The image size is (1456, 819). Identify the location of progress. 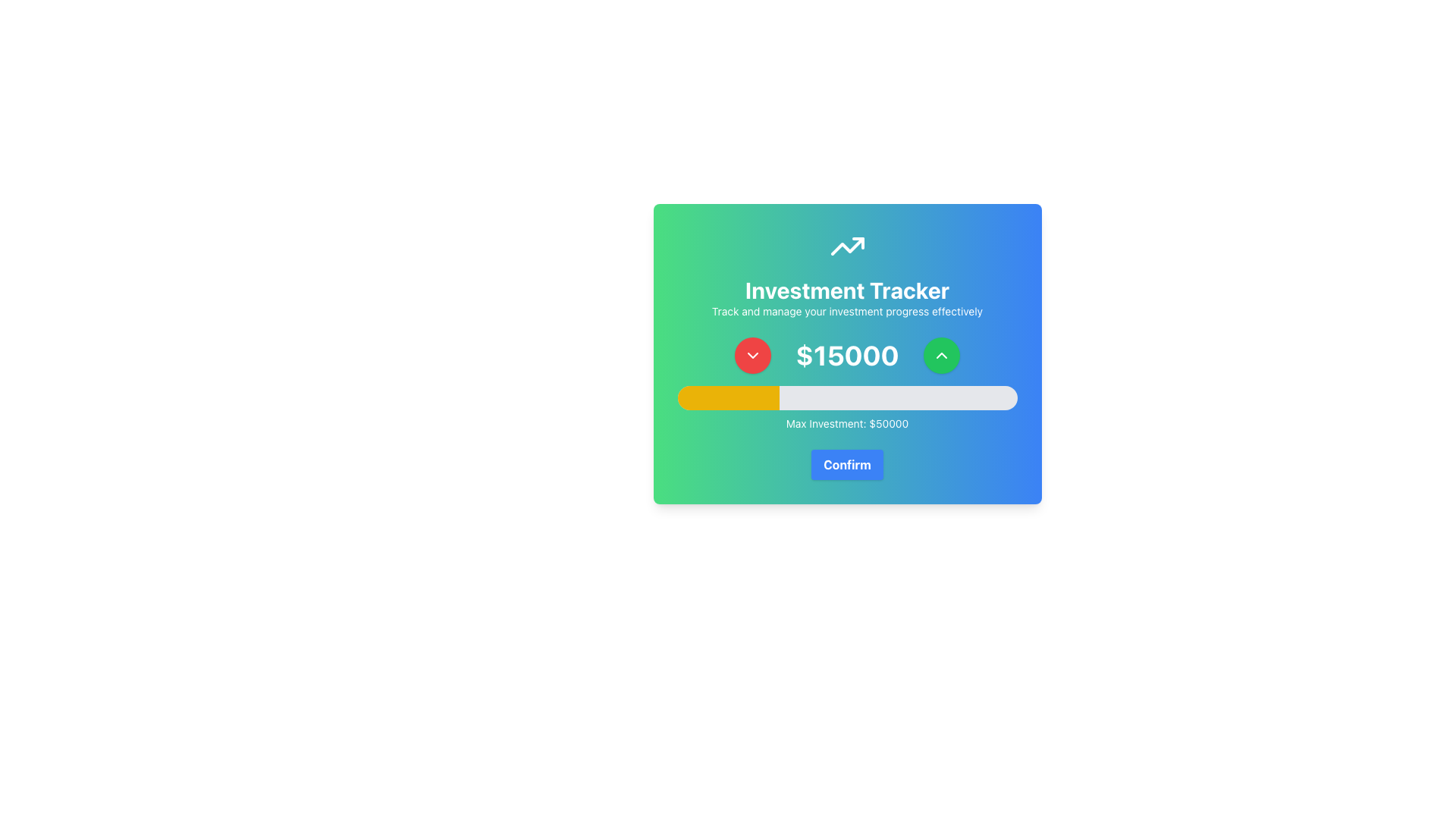
(871, 397).